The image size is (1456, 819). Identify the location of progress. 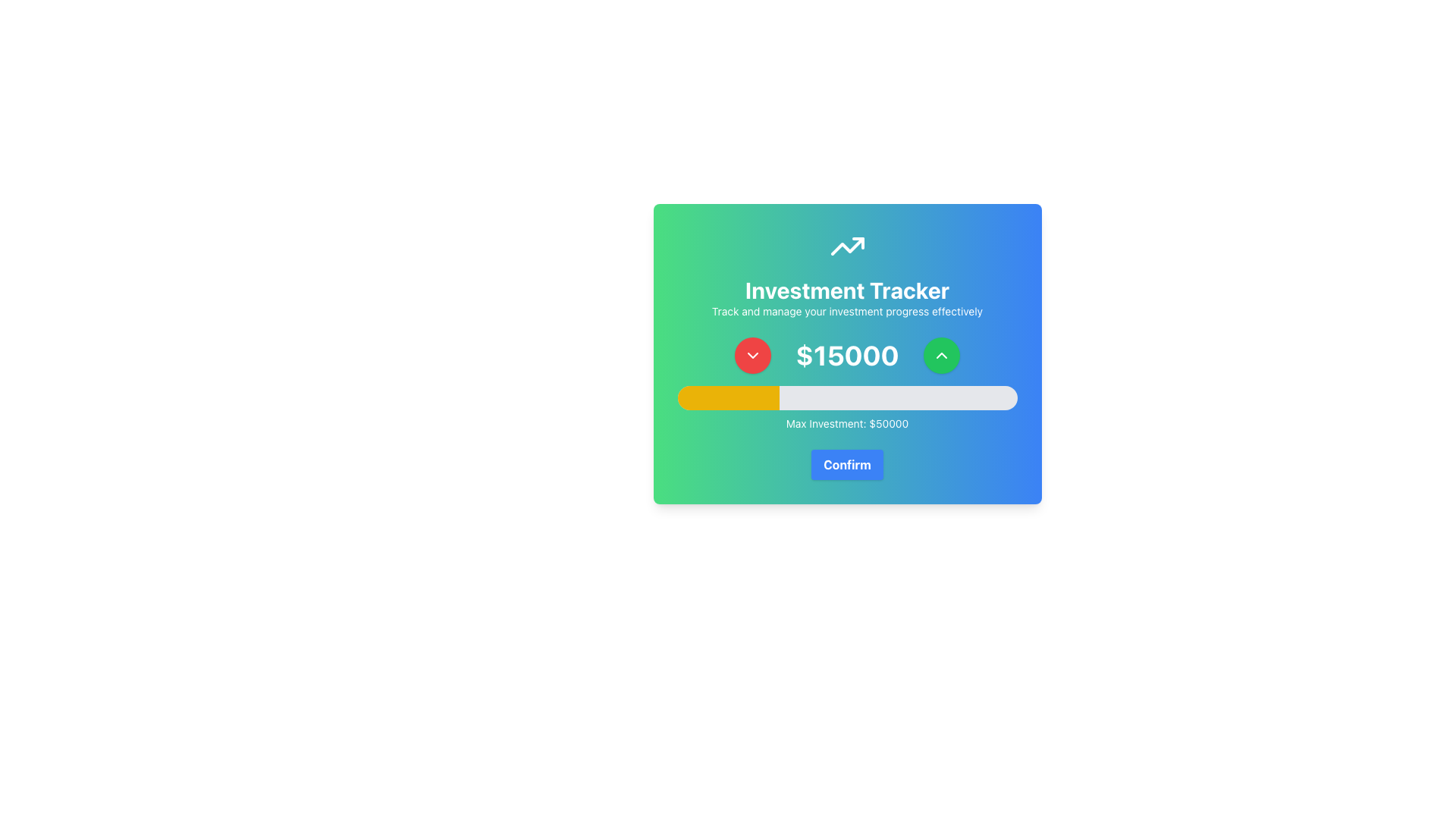
(871, 397).